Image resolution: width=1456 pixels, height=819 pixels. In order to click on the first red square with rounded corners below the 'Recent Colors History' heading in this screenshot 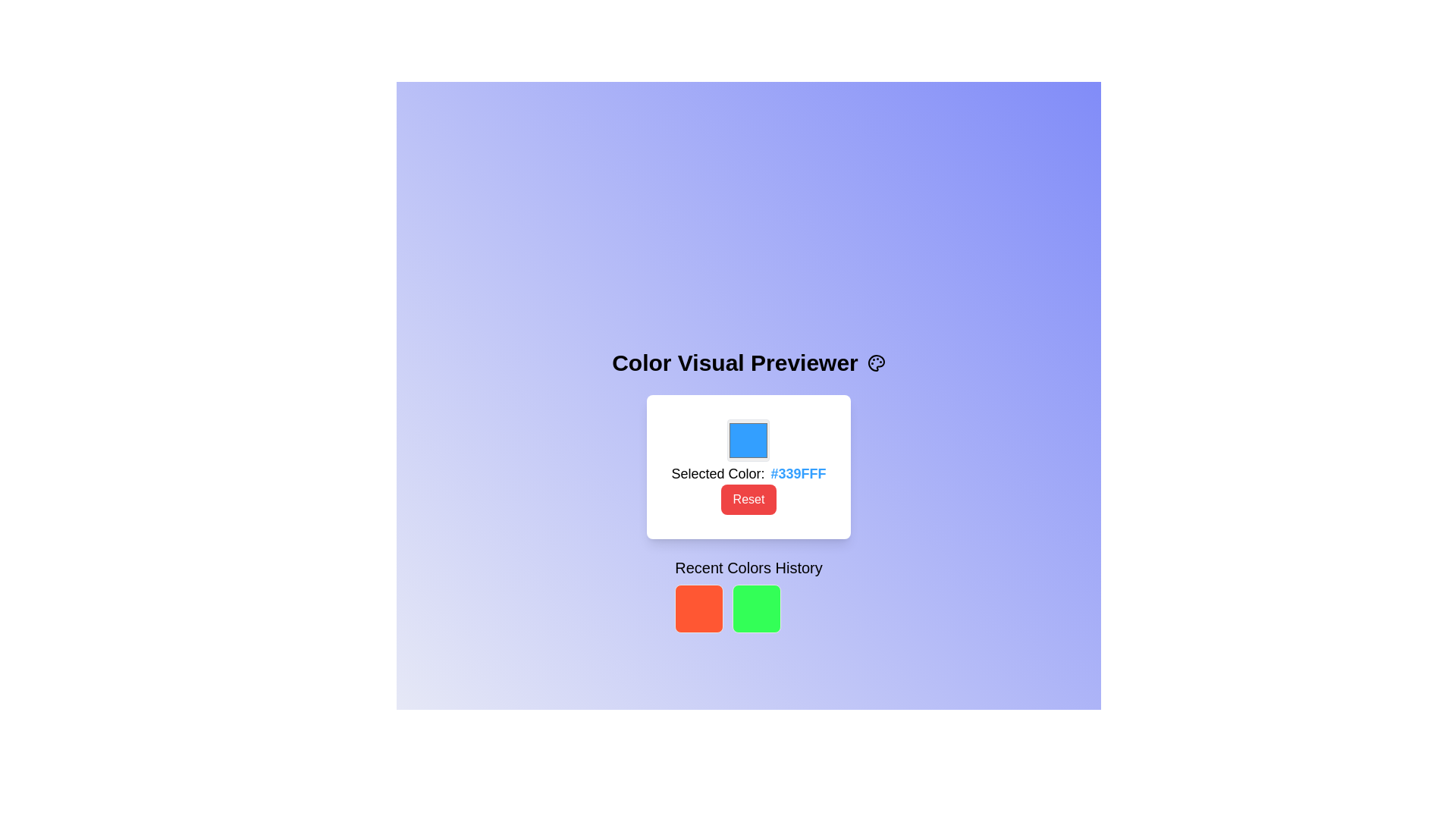, I will do `click(698, 607)`.